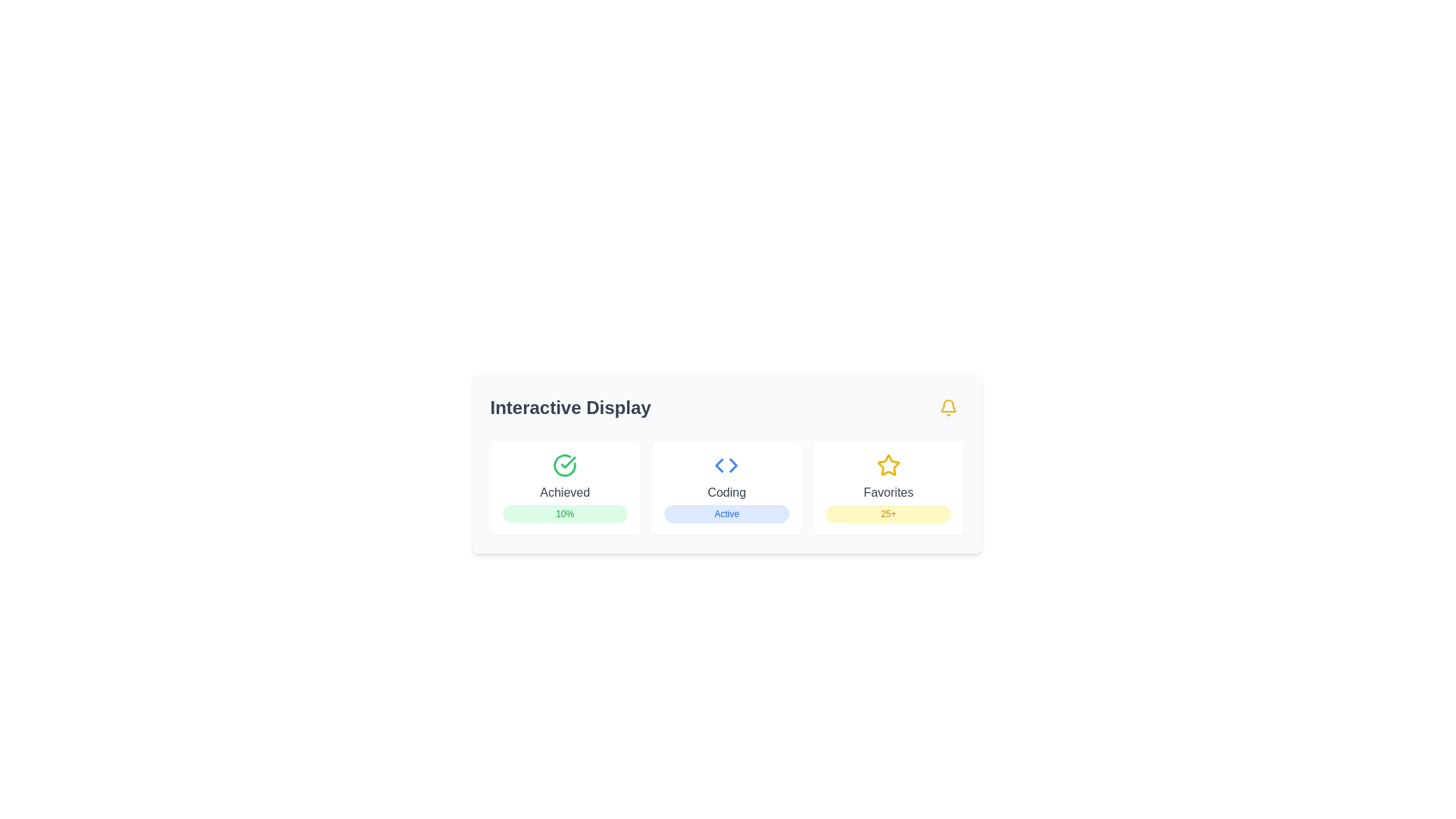 This screenshot has height=819, width=1456. Describe the element at coordinates (947, 406) in the screenshot. I see `the yellow bell-shaped icon at the top right corner of the card` at that location.